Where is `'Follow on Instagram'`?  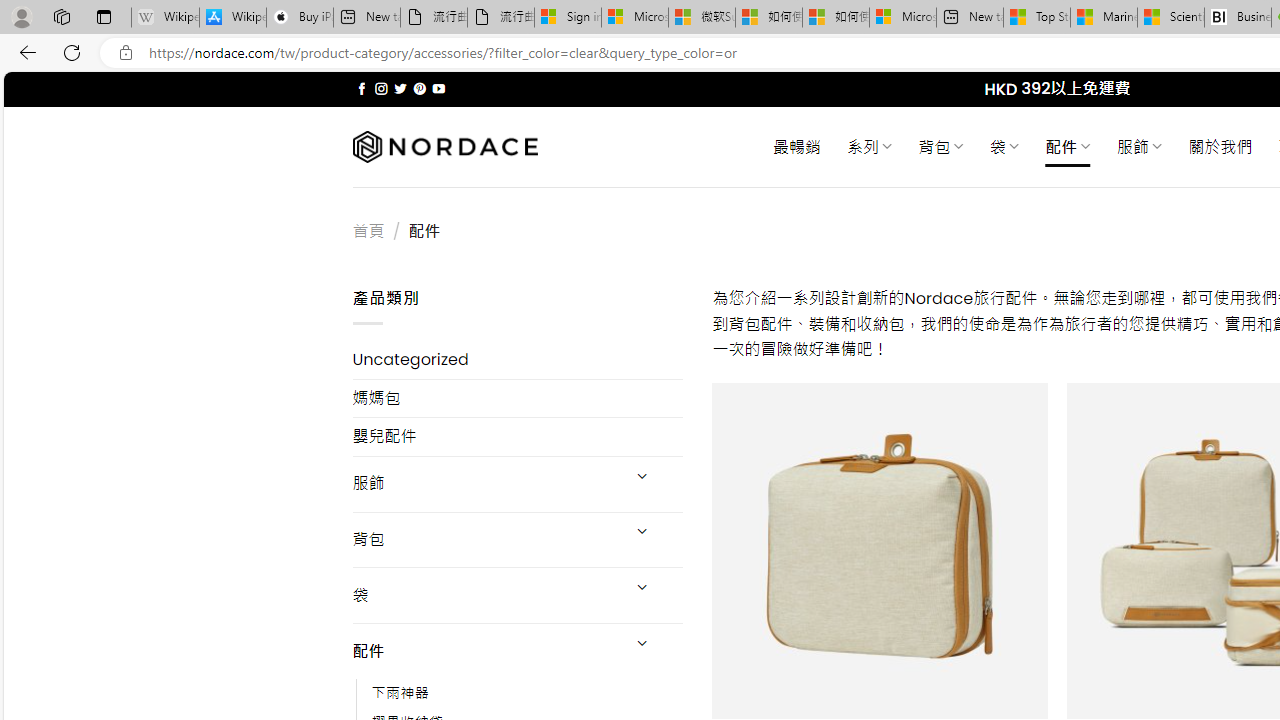 'Follow on Instagram' is located at coordinates (381, 88).